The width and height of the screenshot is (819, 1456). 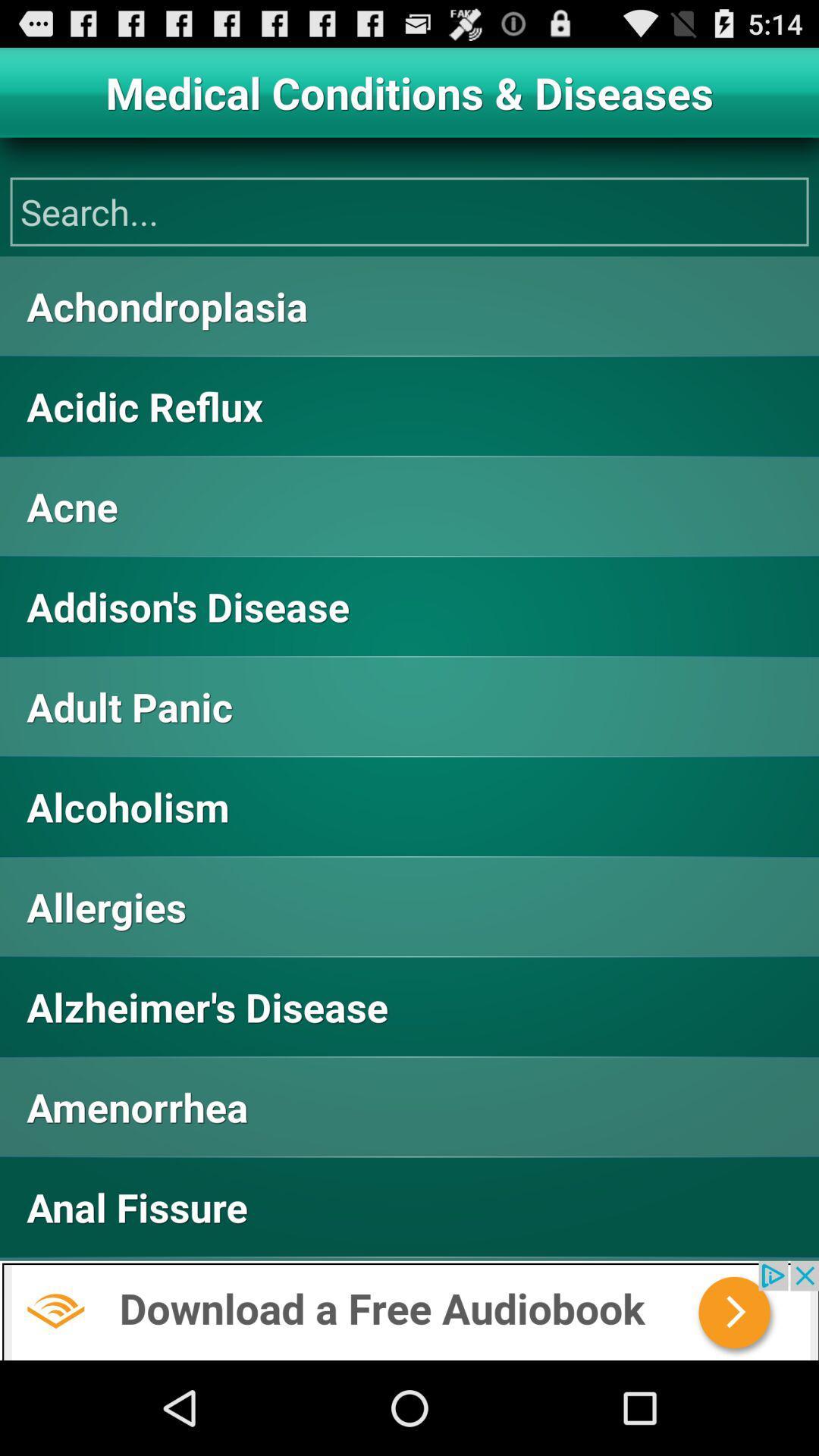 I want to click on advertisement area, so click(x=409, y=1310).